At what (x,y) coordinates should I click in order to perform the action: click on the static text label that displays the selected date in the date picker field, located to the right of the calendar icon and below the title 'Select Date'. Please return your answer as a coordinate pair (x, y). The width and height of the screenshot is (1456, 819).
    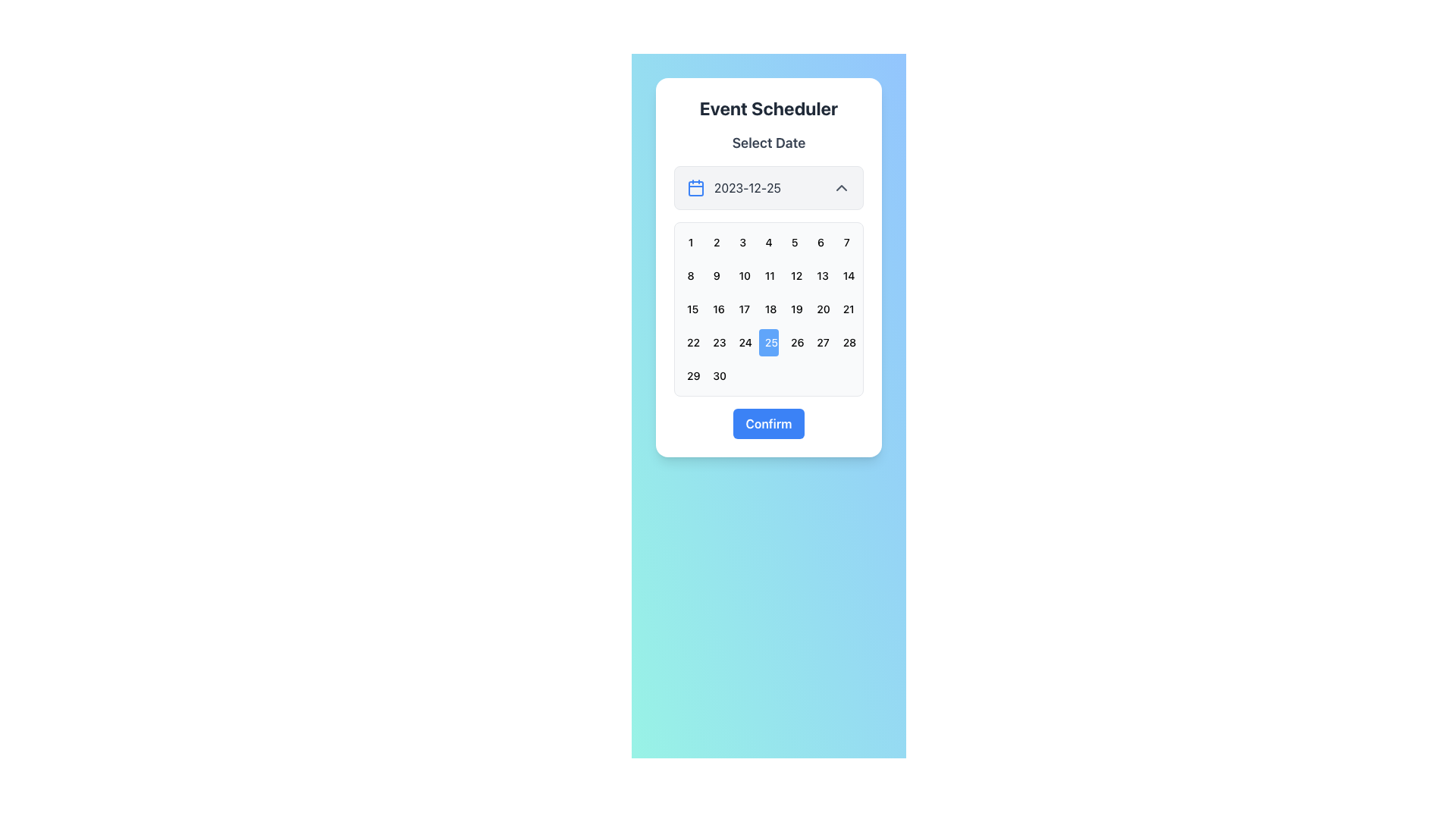
    Looking at the image, I should click on (747, 187).